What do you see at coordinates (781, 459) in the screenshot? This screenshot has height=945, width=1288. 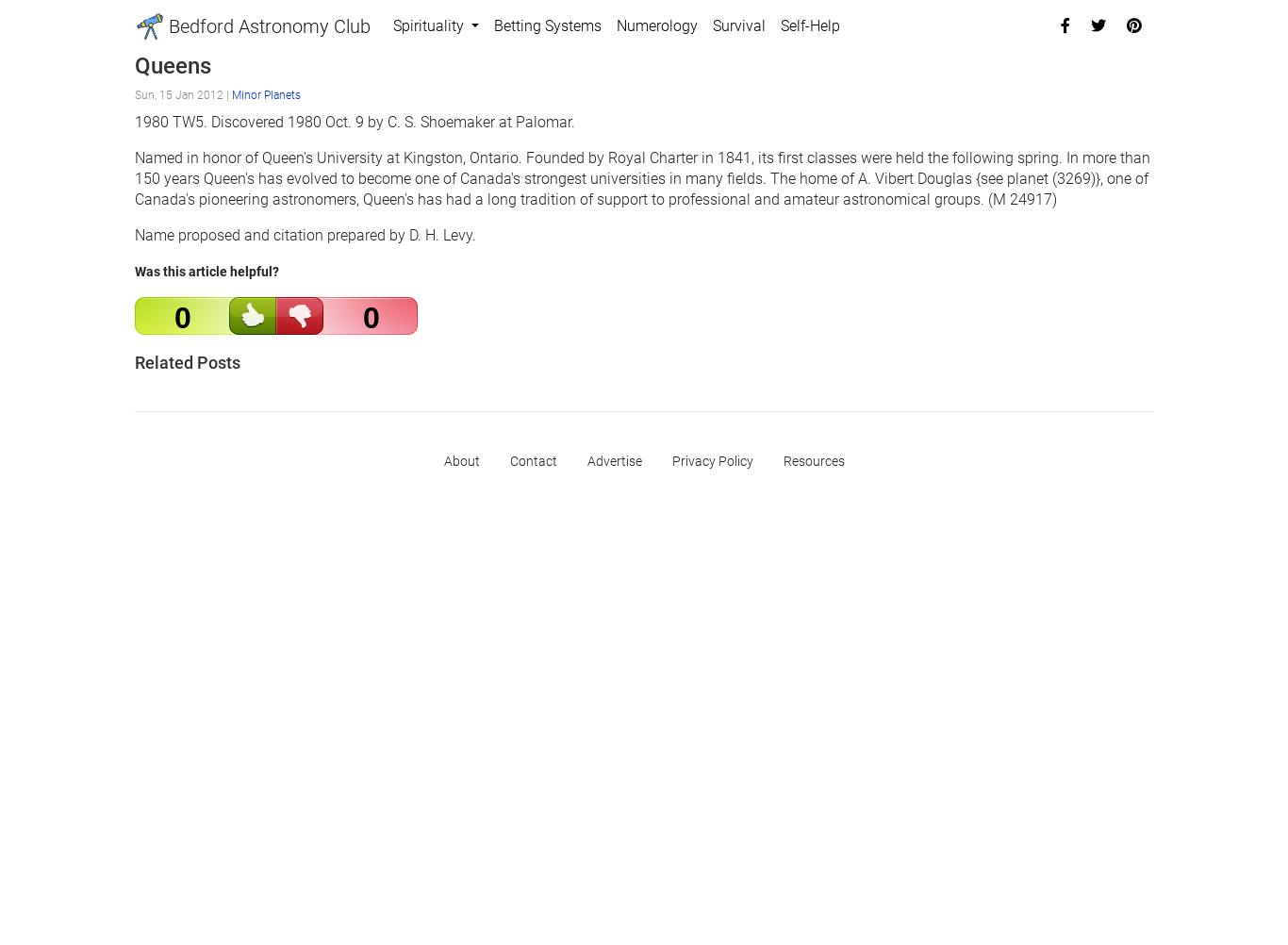 I see `'Resources'` at bounding box center [781, 459].